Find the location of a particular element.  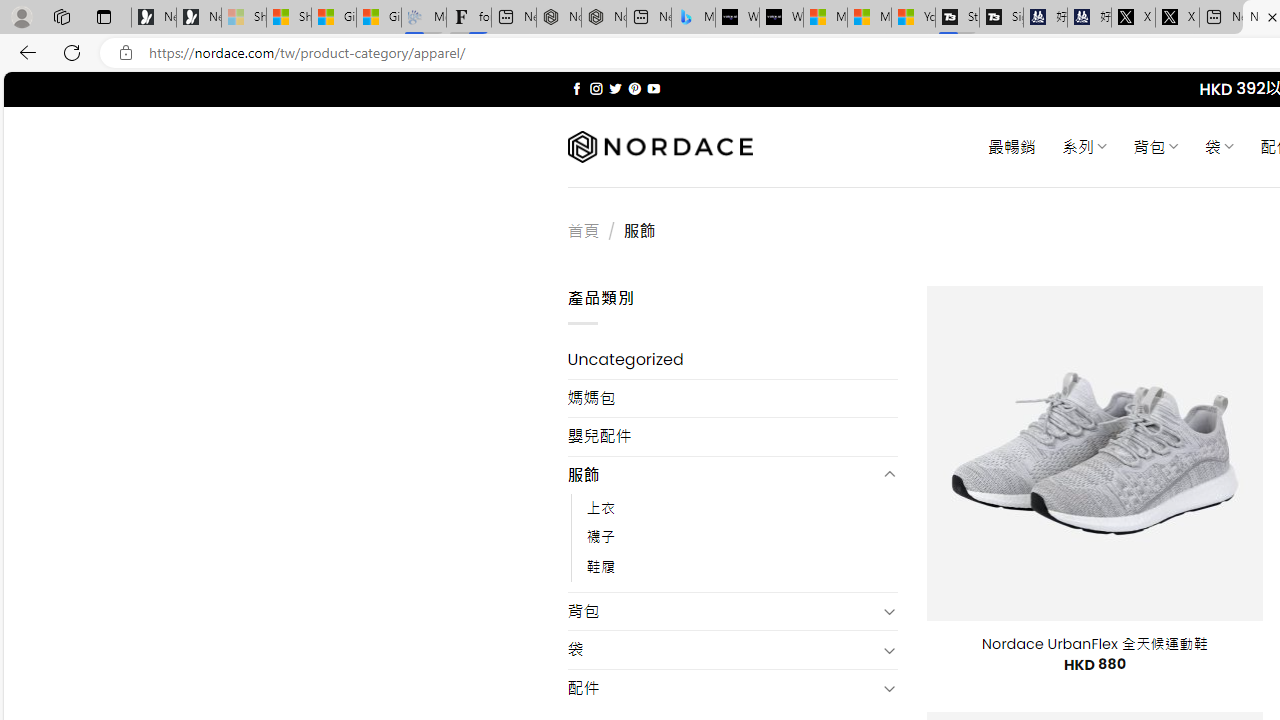

'Refresh' is located at coordinates (72, 51).